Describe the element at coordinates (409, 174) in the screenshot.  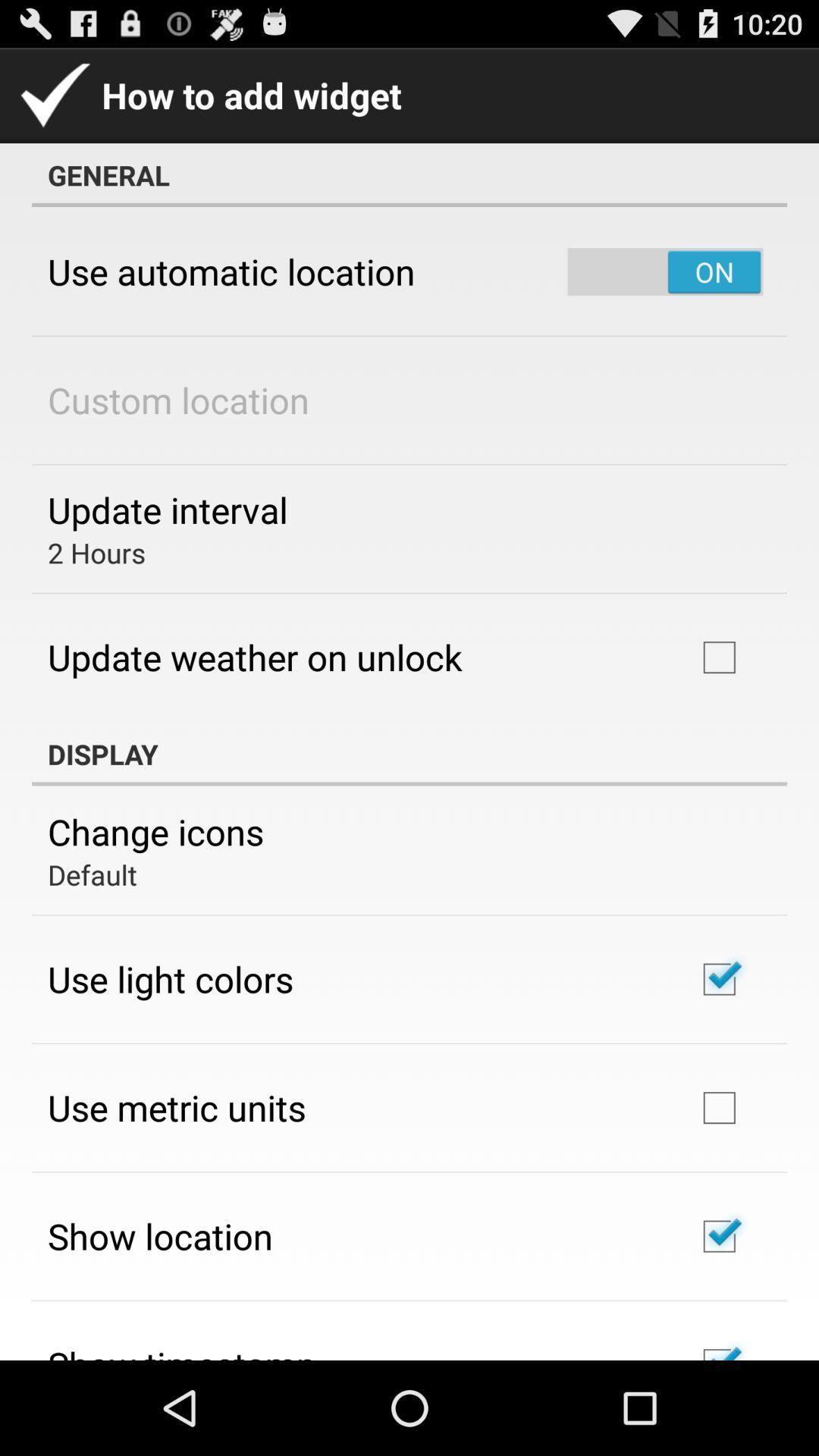
I see `general item` at that location.